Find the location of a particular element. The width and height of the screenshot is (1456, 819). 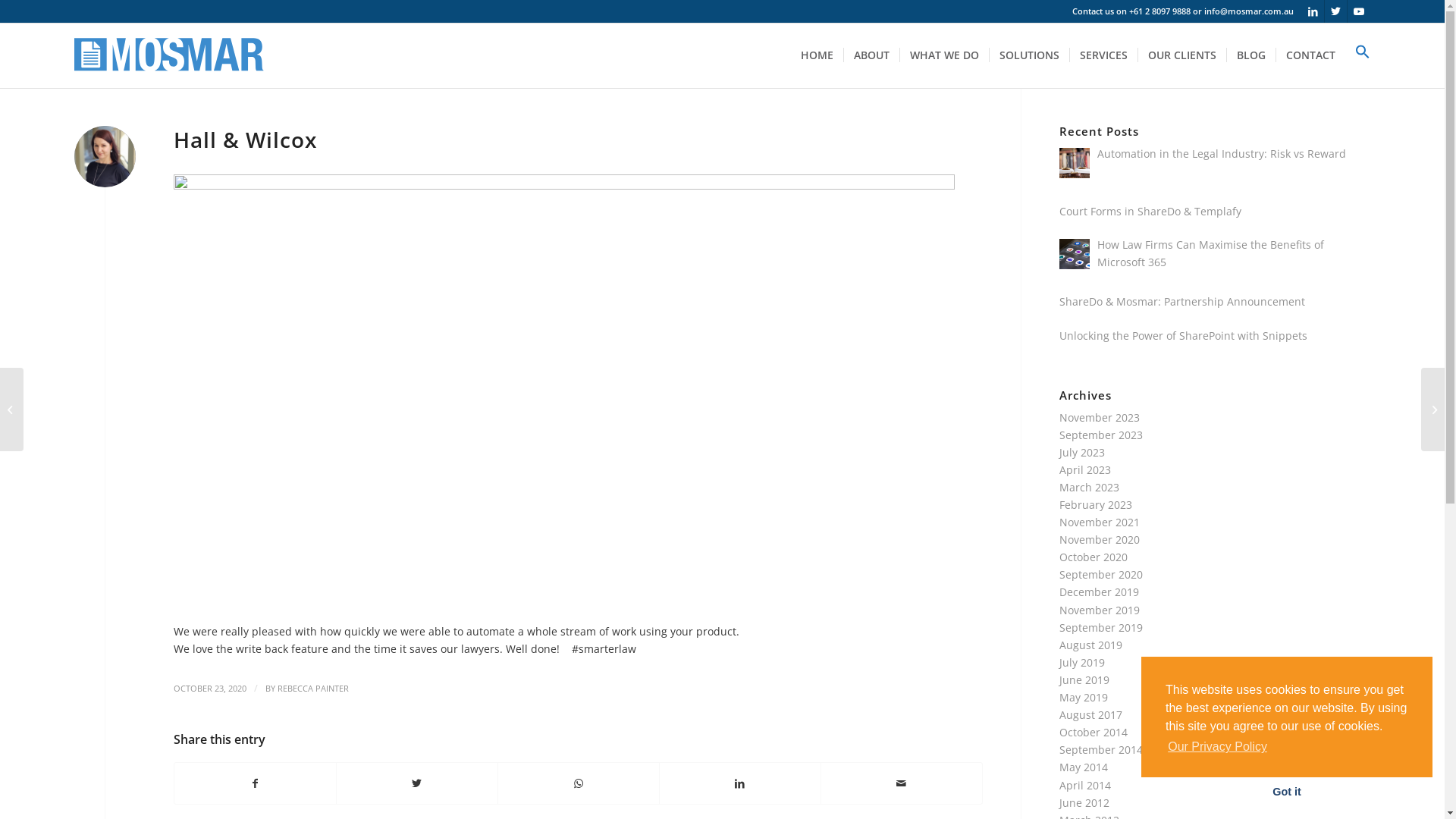

'September 2023' is located at coordinates (1101, 435).